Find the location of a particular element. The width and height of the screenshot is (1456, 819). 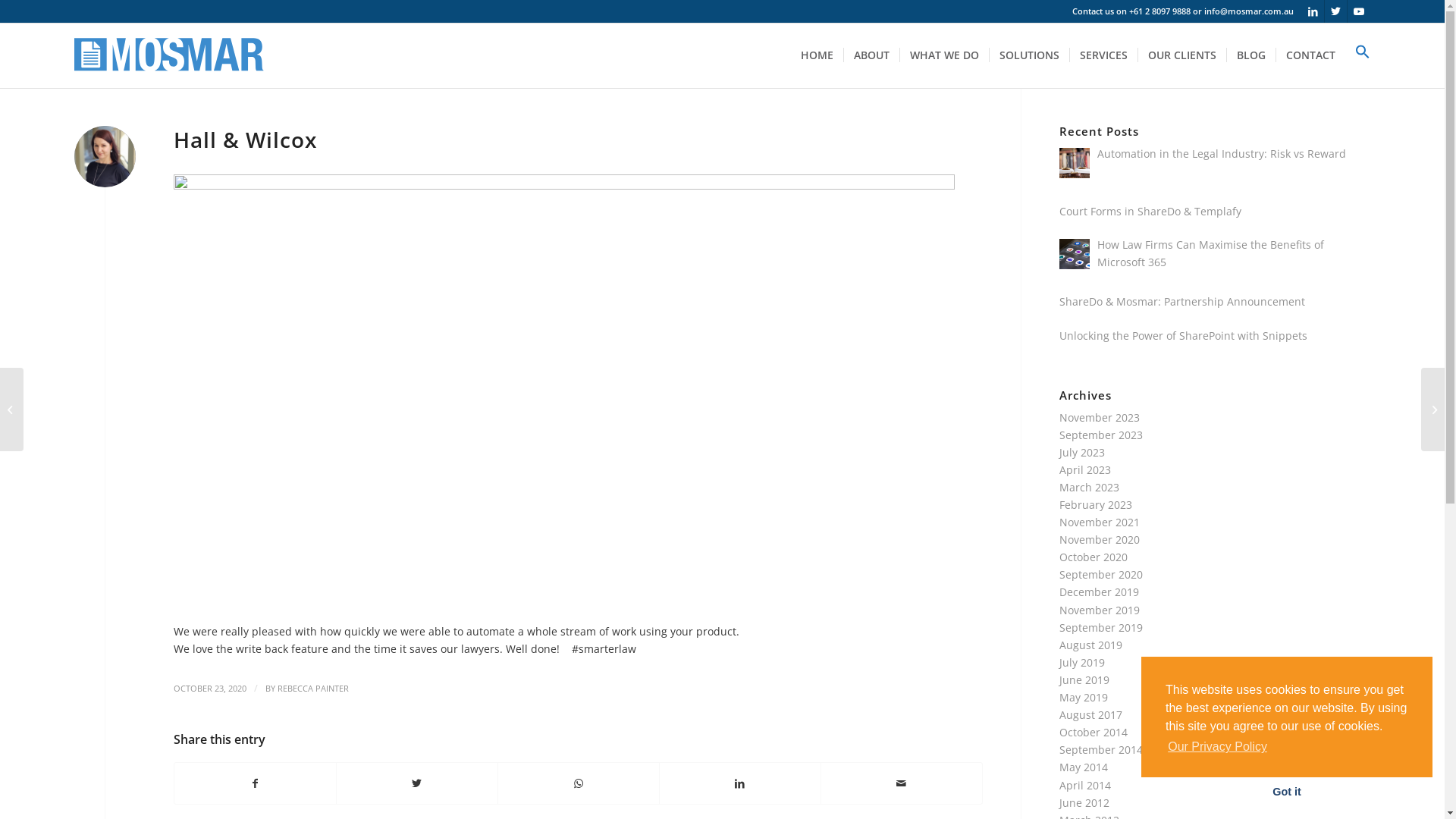

'September 2023' is located at coordinates (1101, 435).